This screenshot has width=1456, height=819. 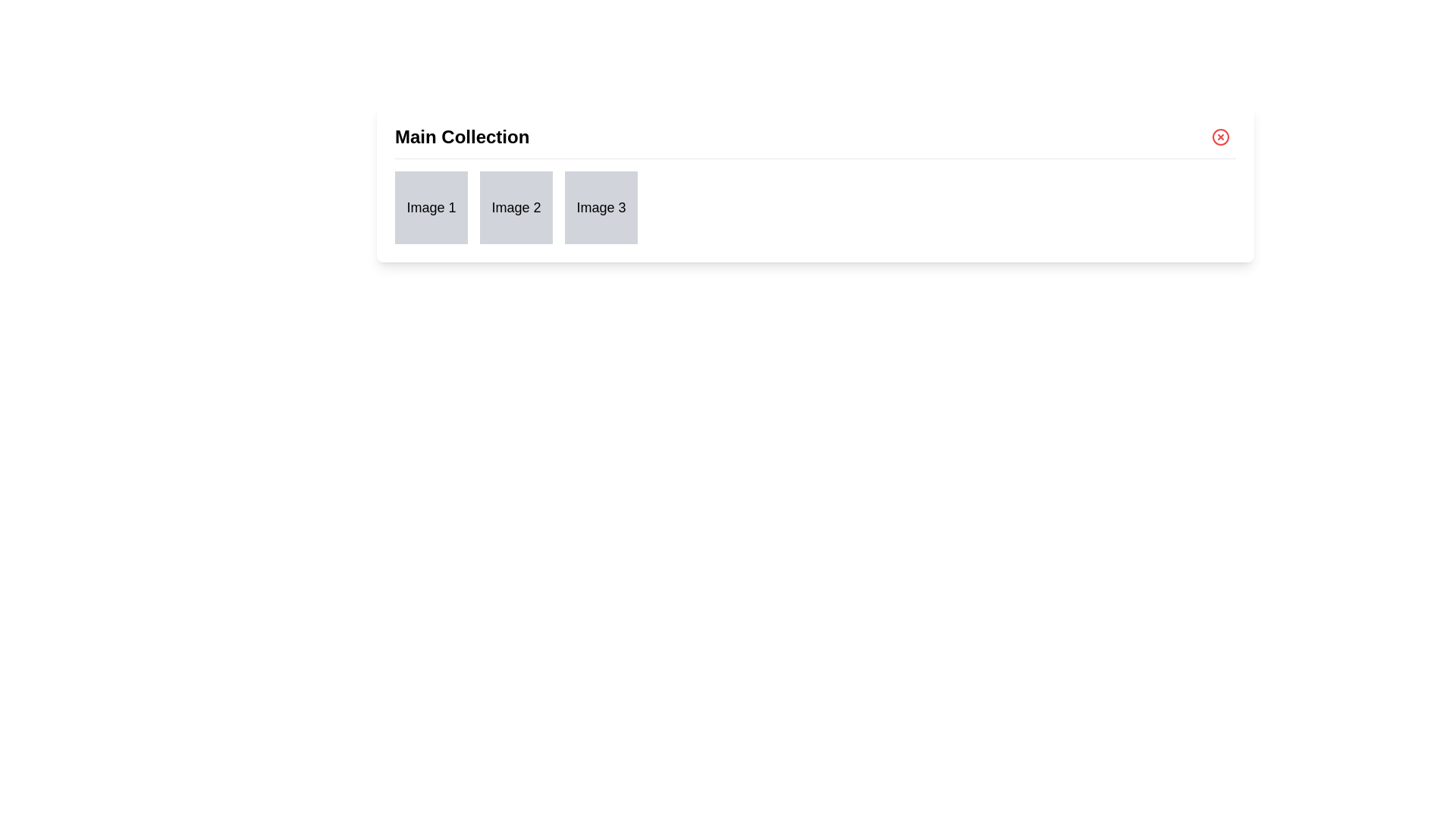 What do you see at coordinates (516, 207) in the screenshot?
I see `the button labeled 'Image 2' located under the 'Main Collection' label` at bounding box center [516, 207].